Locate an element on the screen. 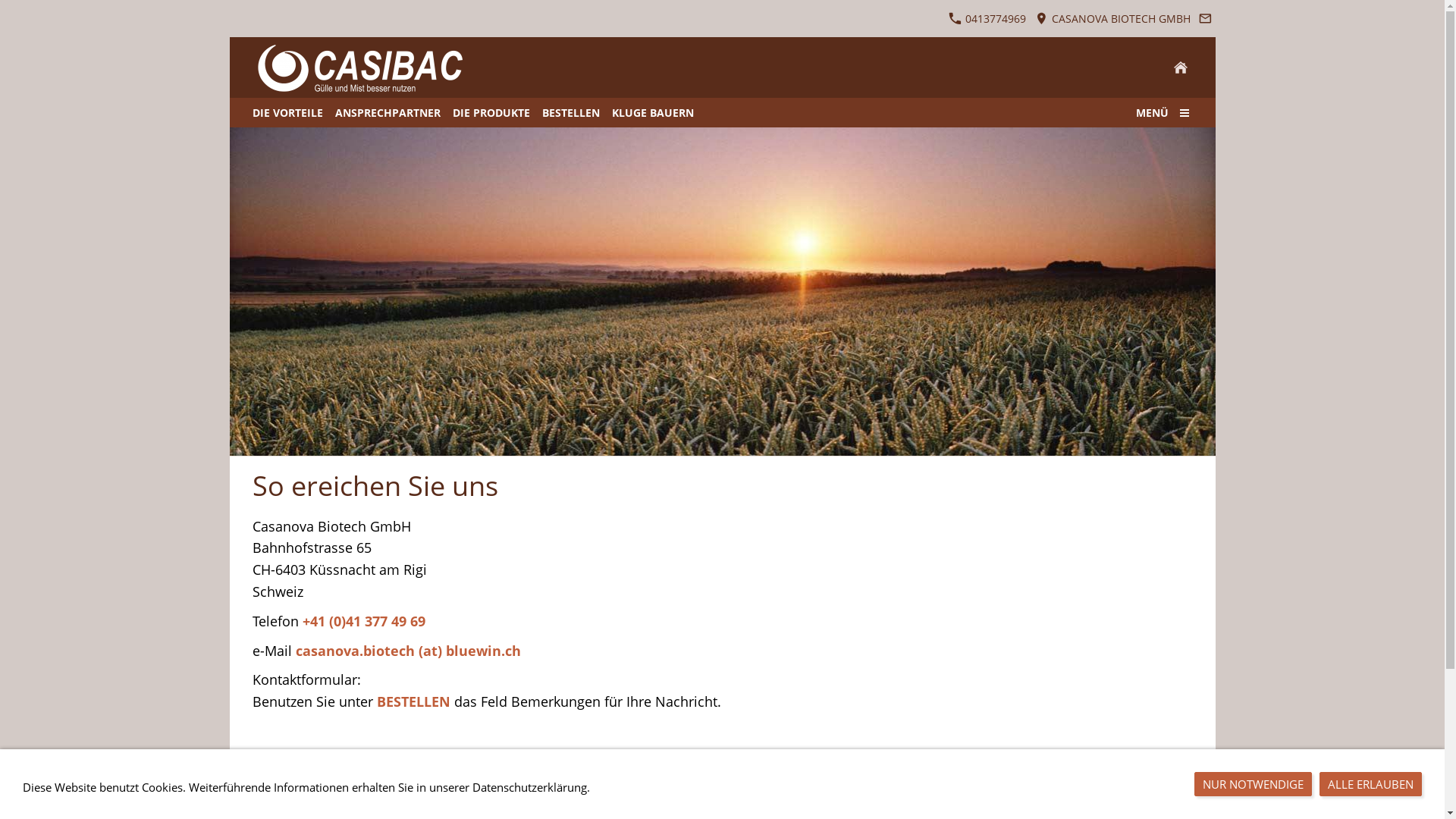  '+41 (0)41 377 49 69' is located at coordinates (362, 622).